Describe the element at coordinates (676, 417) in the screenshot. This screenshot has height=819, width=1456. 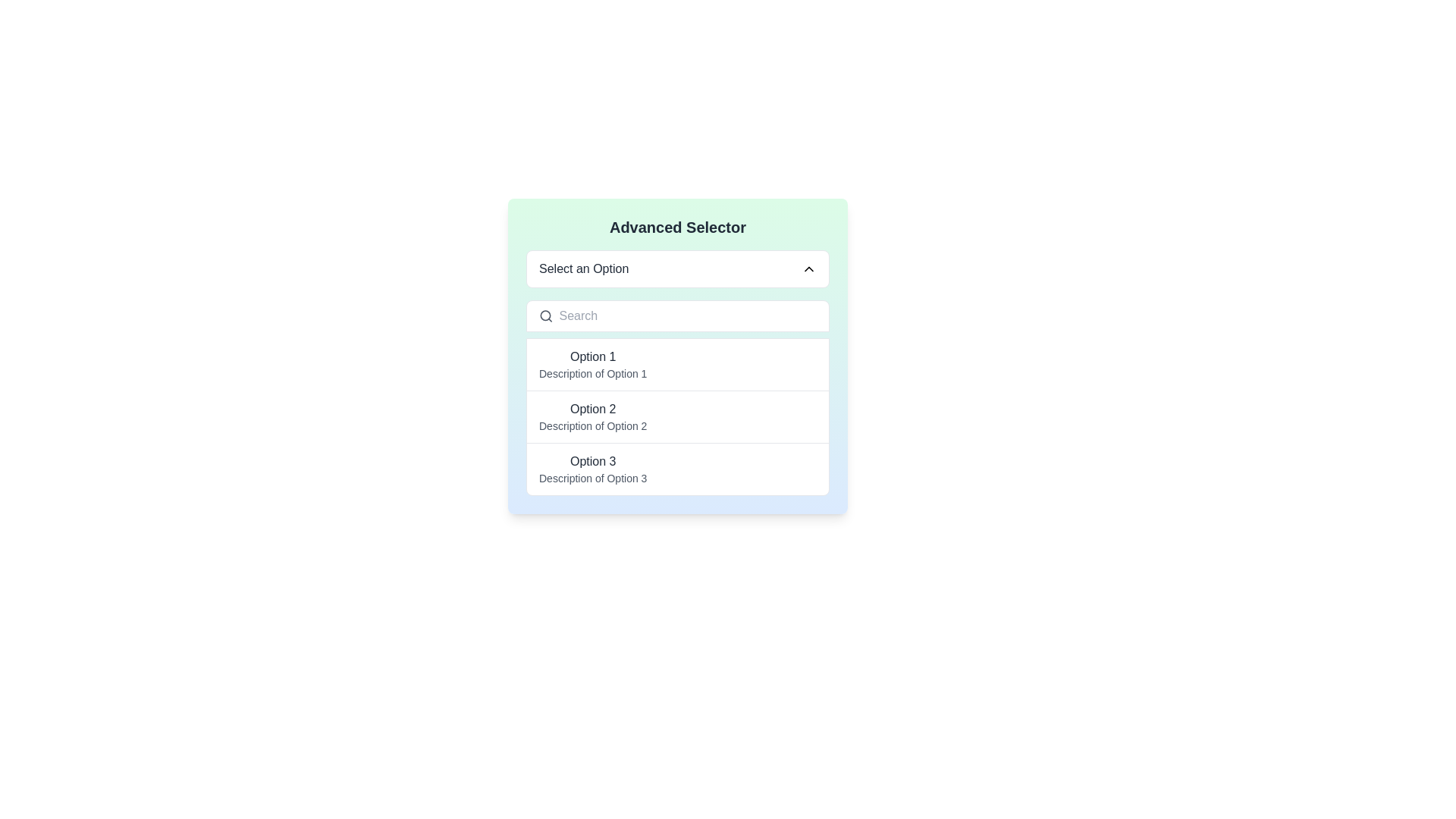
I see `the Dropdown Menu List located below the 'Advanced Selector' title` at that location.